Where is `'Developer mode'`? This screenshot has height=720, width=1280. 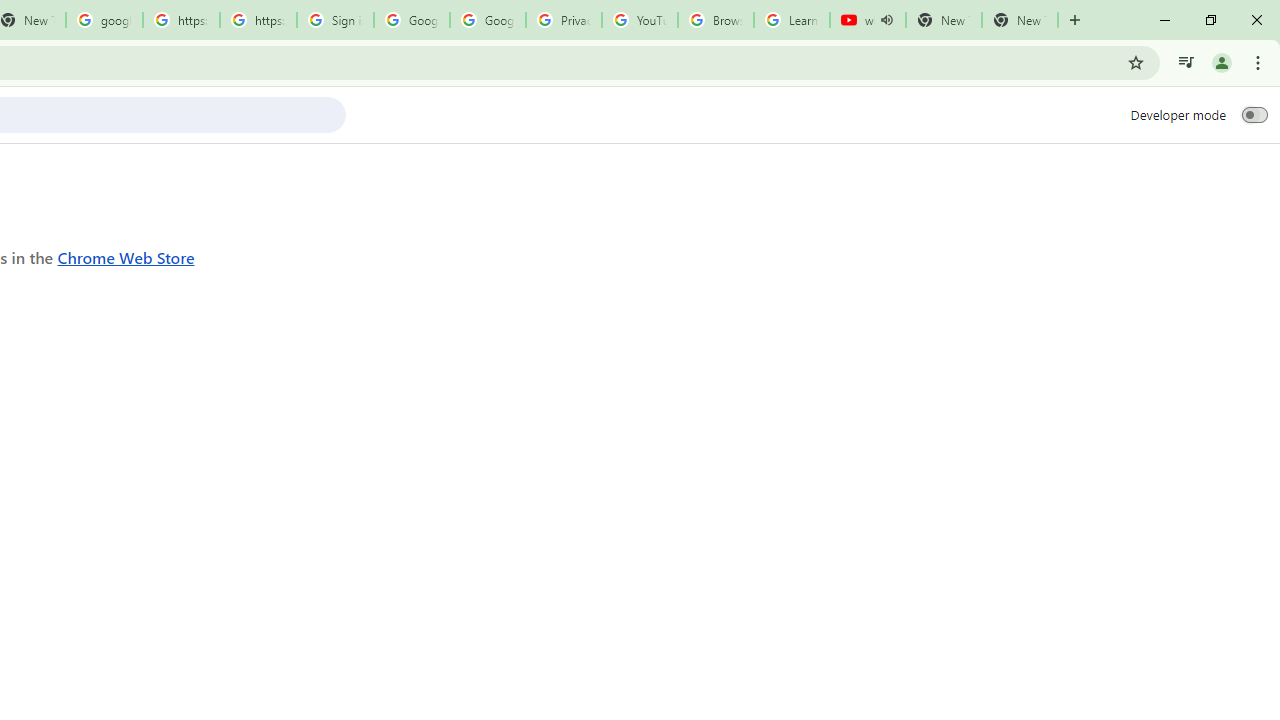 'Developer mode' is located at coordinates (1254, 114).